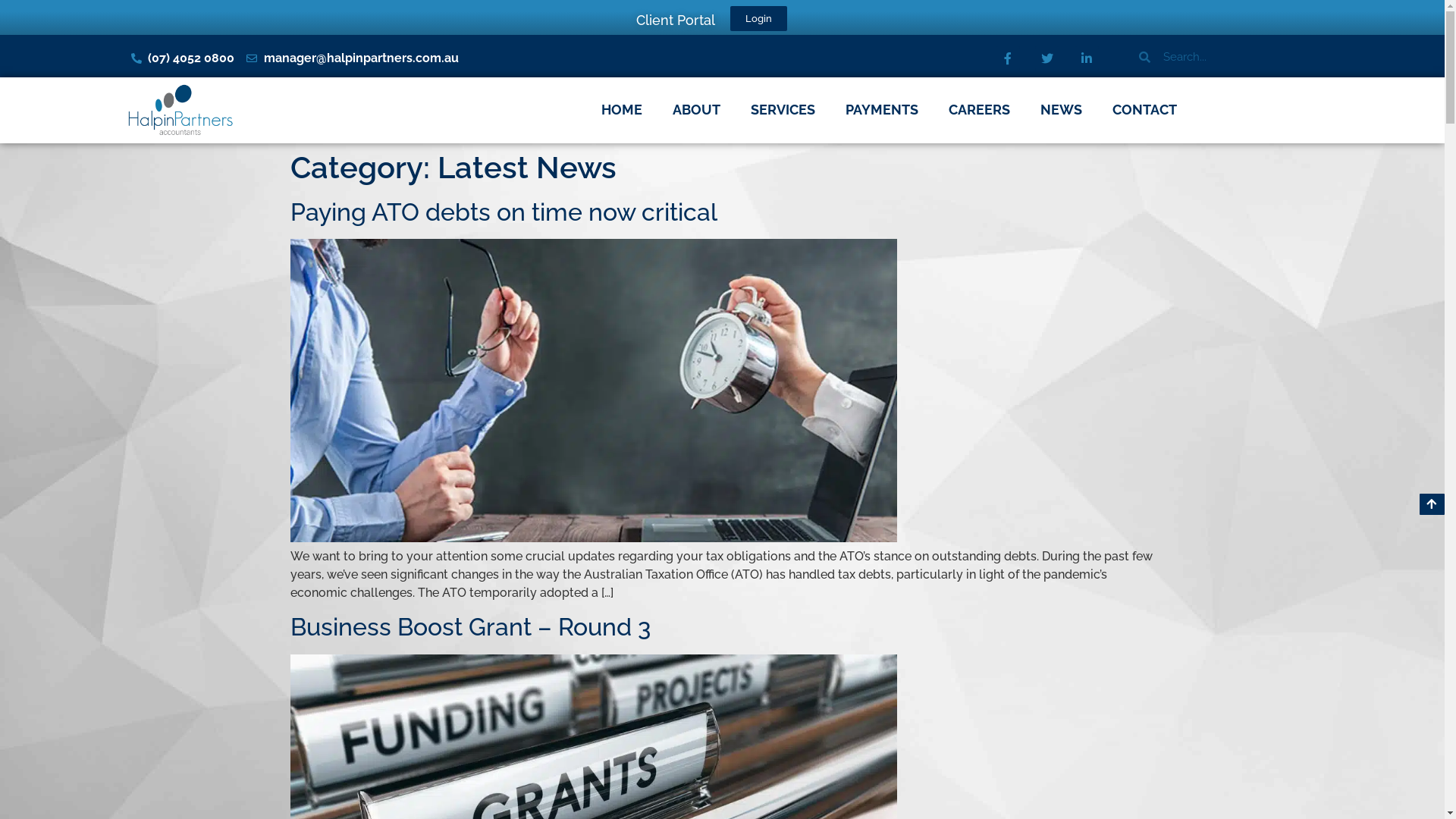  Describe the element at coordinates (758, 18) in the screenshot. I see `'Login'` at that location.